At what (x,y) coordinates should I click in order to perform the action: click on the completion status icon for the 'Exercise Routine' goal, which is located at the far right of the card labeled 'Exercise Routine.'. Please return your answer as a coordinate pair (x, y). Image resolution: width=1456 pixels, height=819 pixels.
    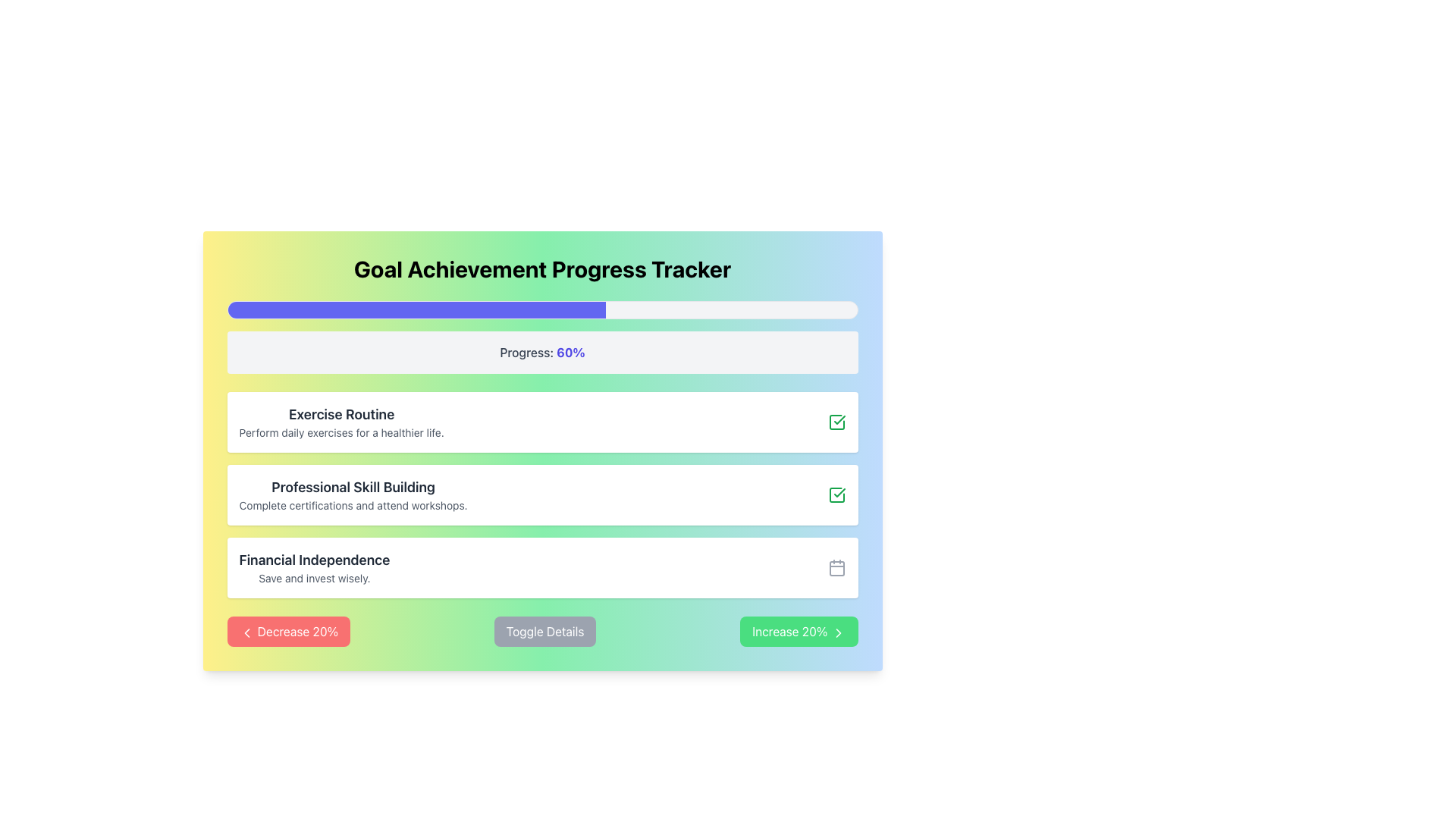
    Looking at the image, I should click on (839, 493).